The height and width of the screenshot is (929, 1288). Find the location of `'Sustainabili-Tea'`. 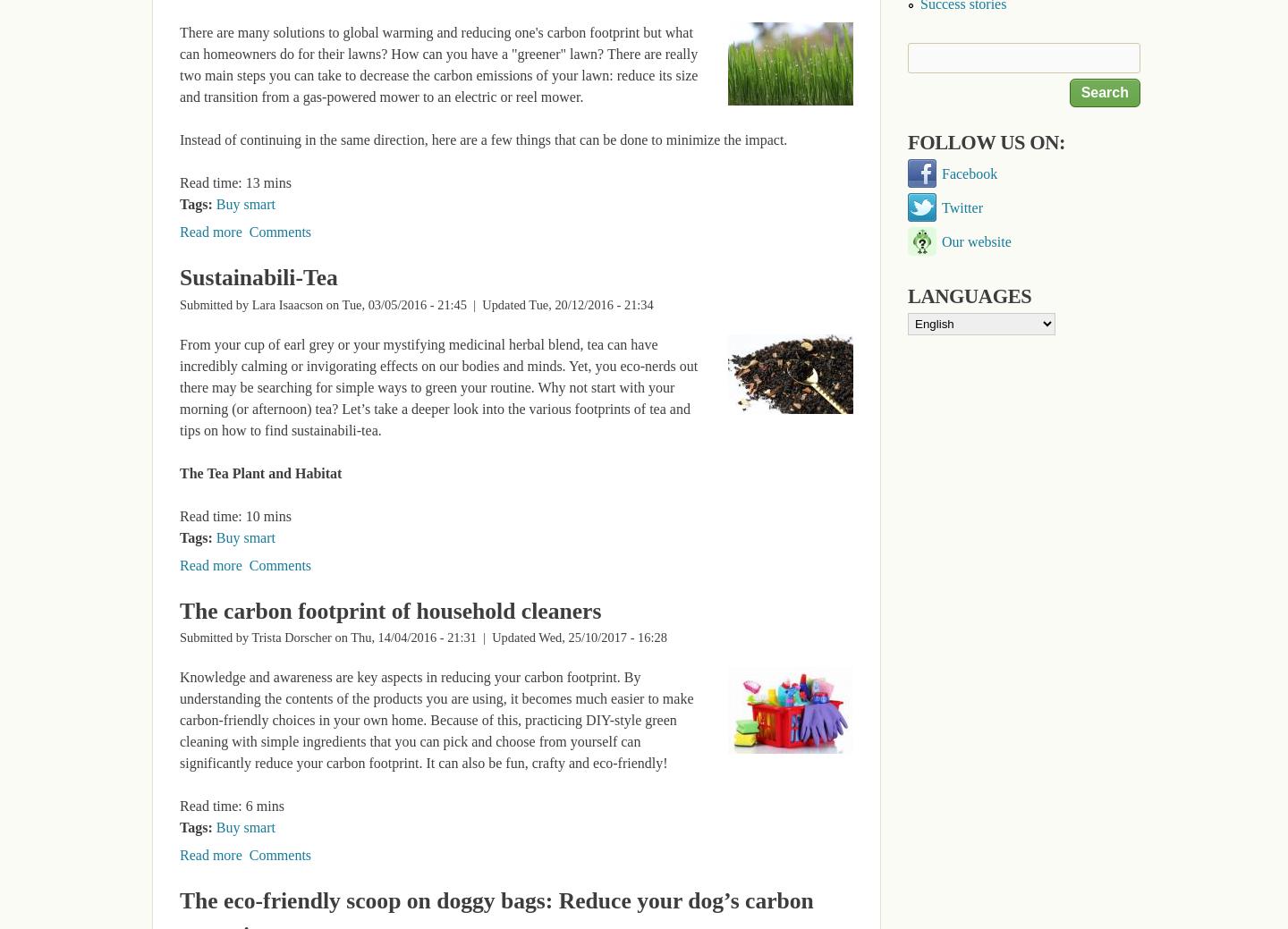

'Sustainabili-Tea' is located at coordinates (258, 277).